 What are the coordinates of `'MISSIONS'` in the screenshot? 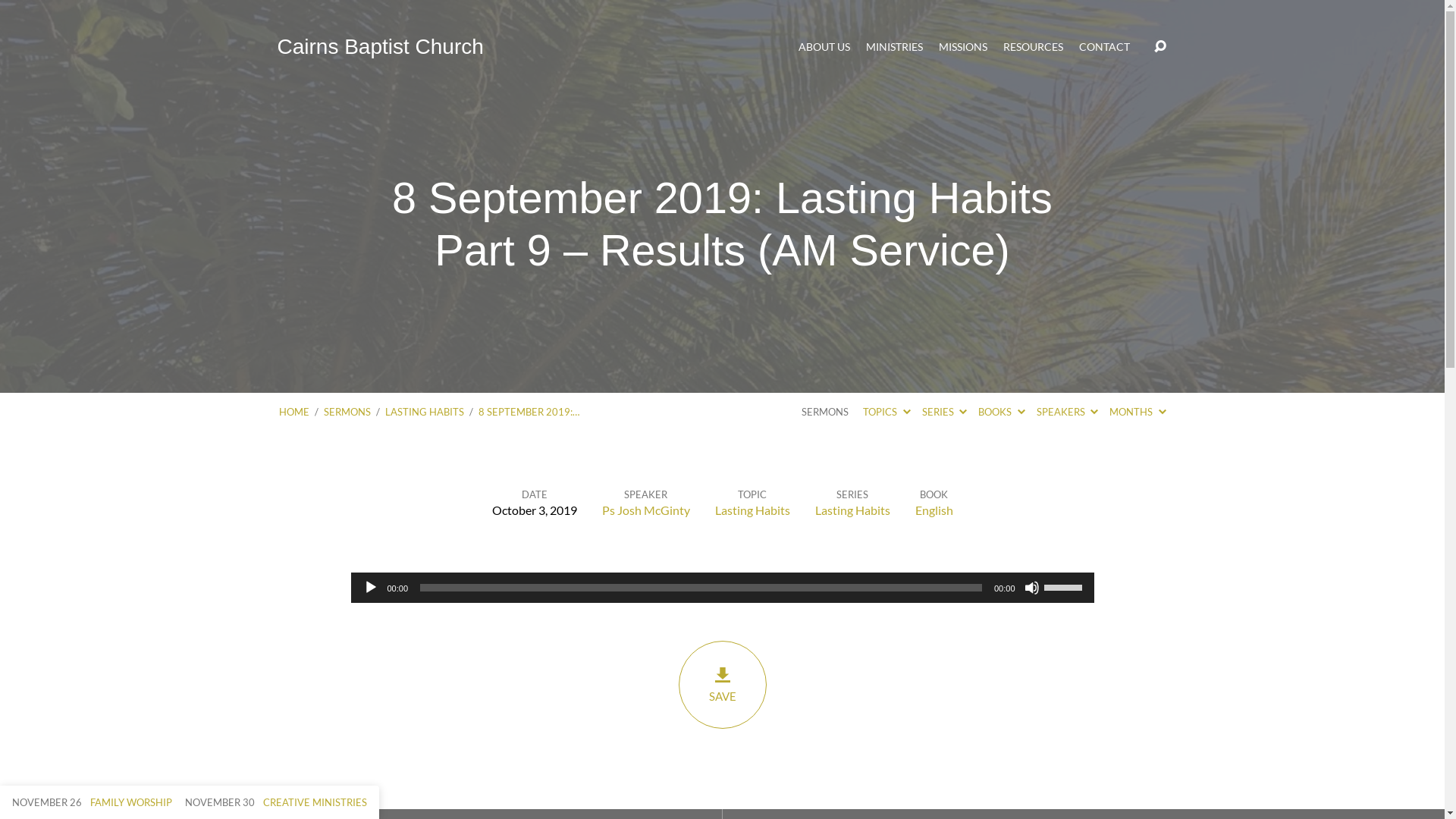 It's located at (962, 45).